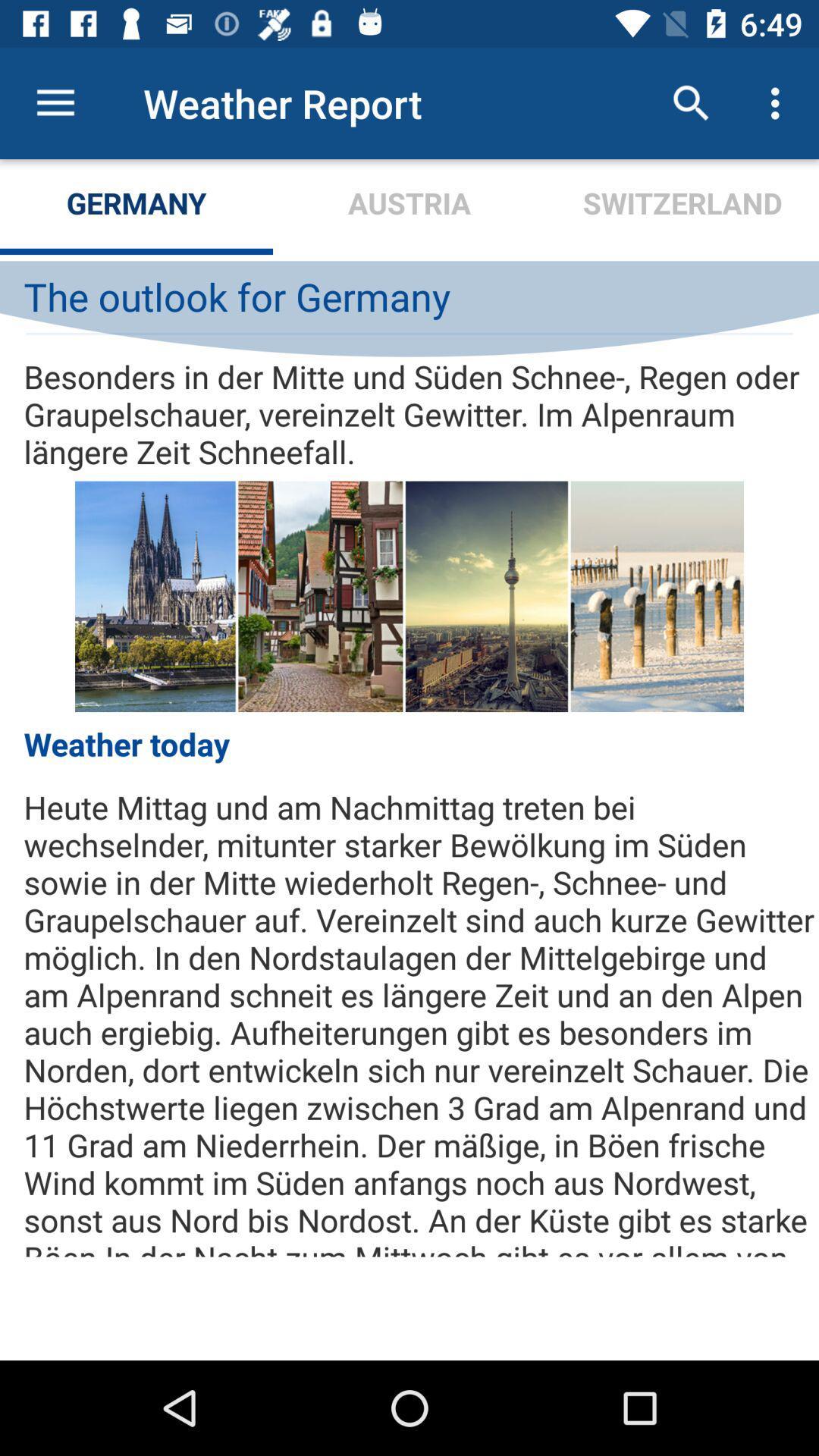 Image resolution: width=819 pixels, height=1456 pixels. I want to click on icon to the left of switzerland icon, so click(409, 206).